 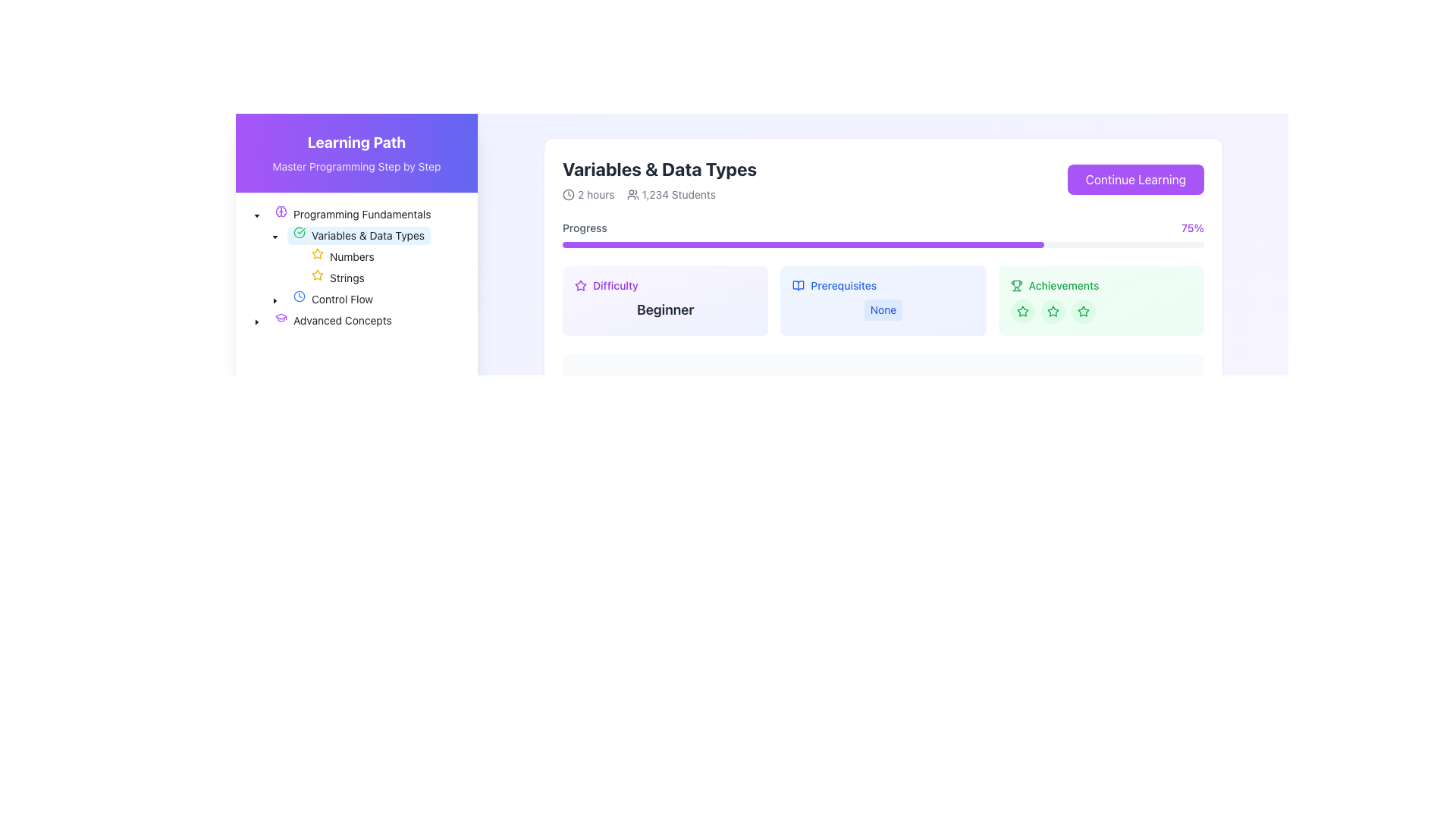 I want to click on the 'Continue Learning' button with a purple background and white text to observe its color change effect, so click(x=1135, y=178).